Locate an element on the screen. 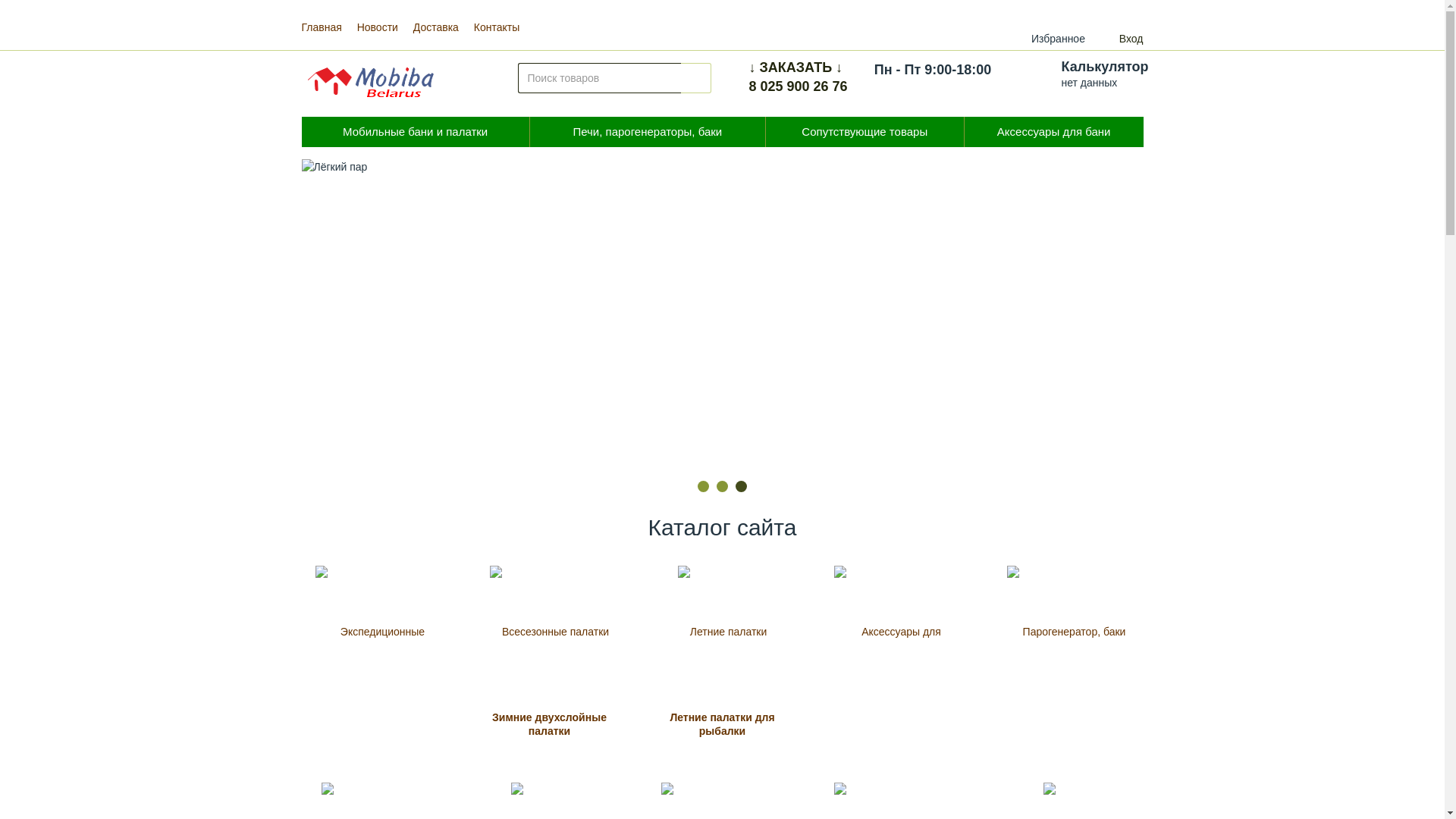  '8 025 900 26 76' is located at coordinates (797, 86).